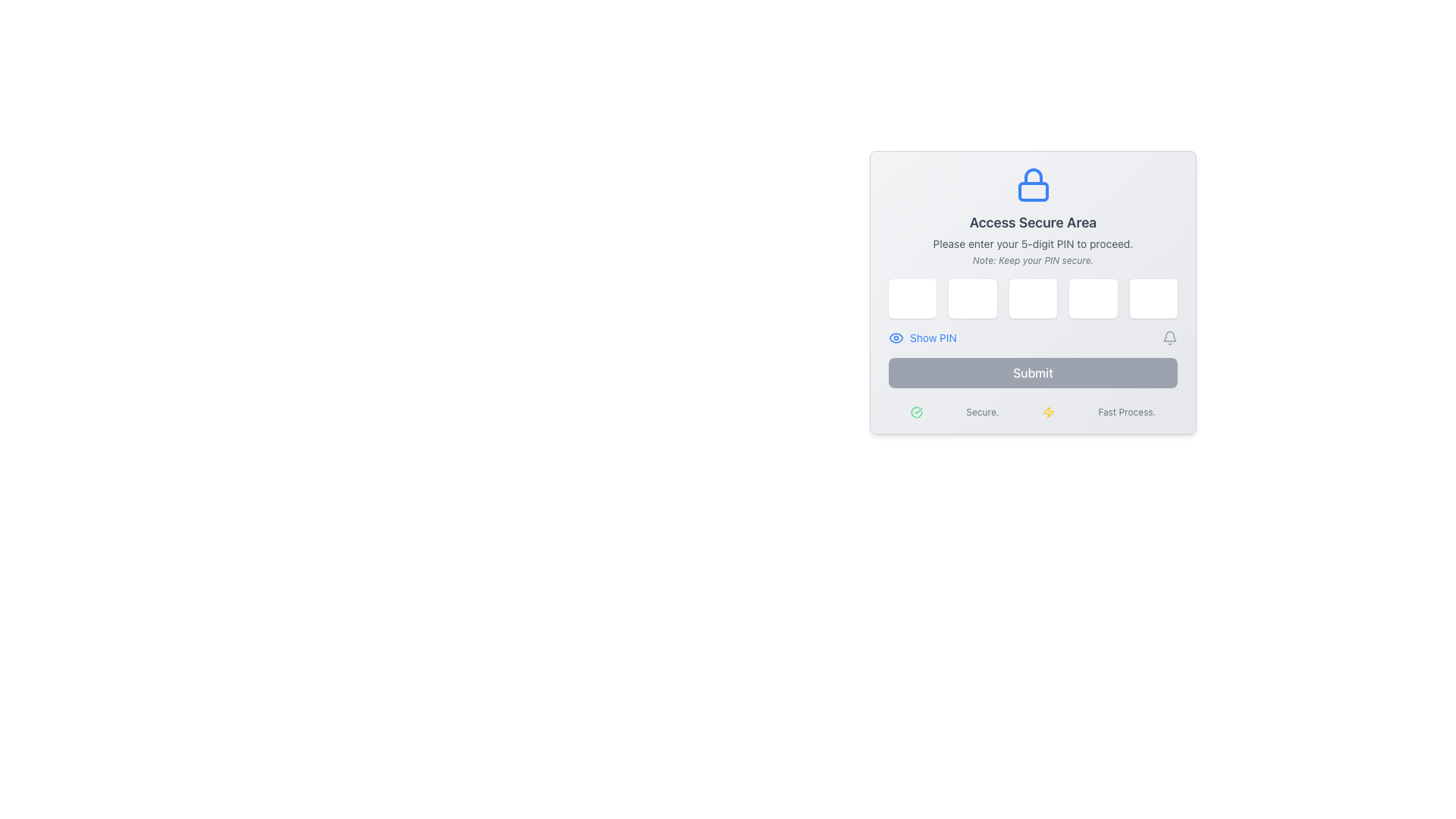  What do you see at coordinates (1047, 412) in the screenshot?
I see `the second icon that visually represents speed or efficiency, located between the labels 'Secure.' and 'Fast Process.'` at bounding box center [1047, 412].